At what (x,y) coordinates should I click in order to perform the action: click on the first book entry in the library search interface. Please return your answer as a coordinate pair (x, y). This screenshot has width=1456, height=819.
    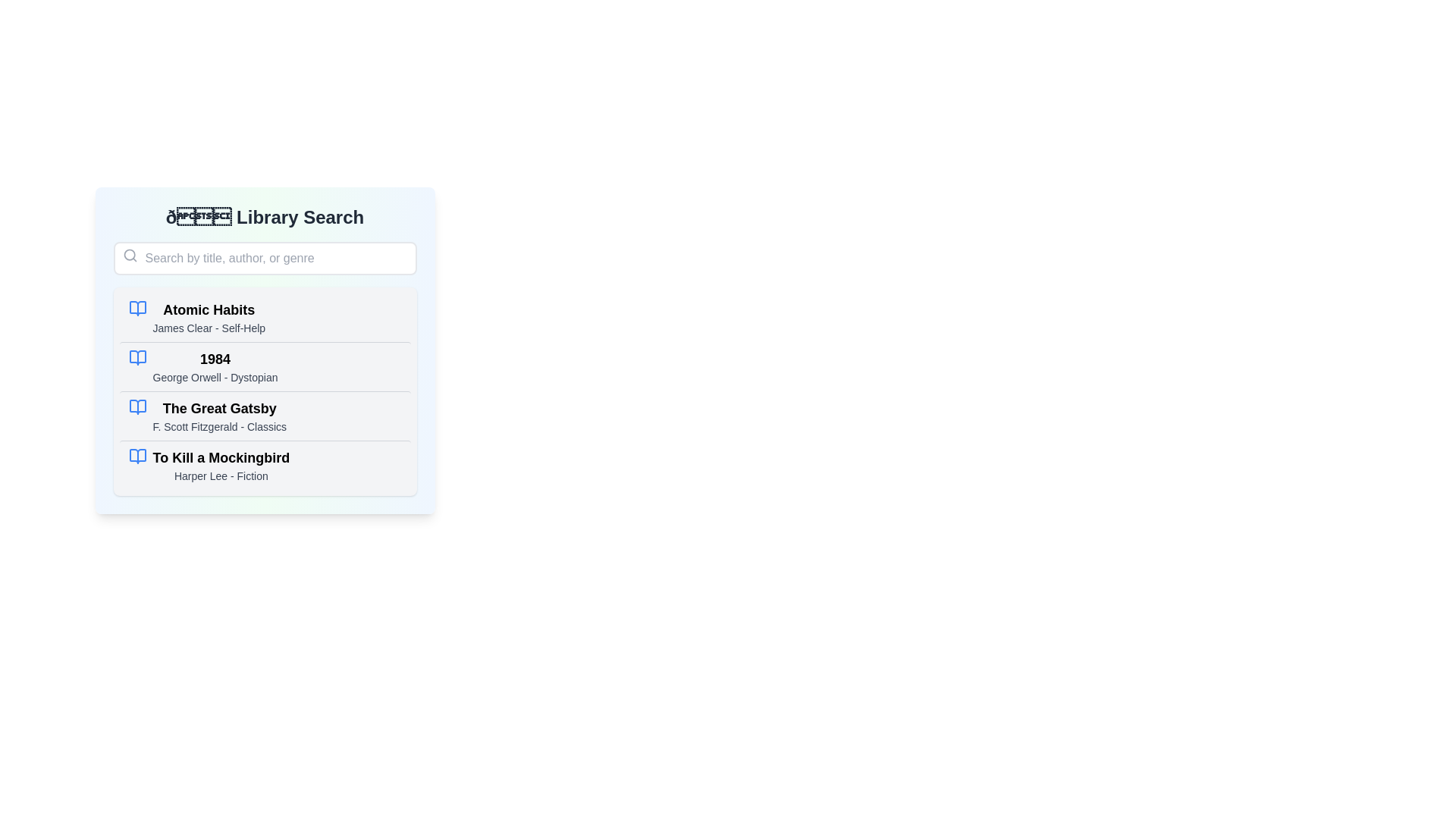
    Looking at the image, I should click on (265, 317).